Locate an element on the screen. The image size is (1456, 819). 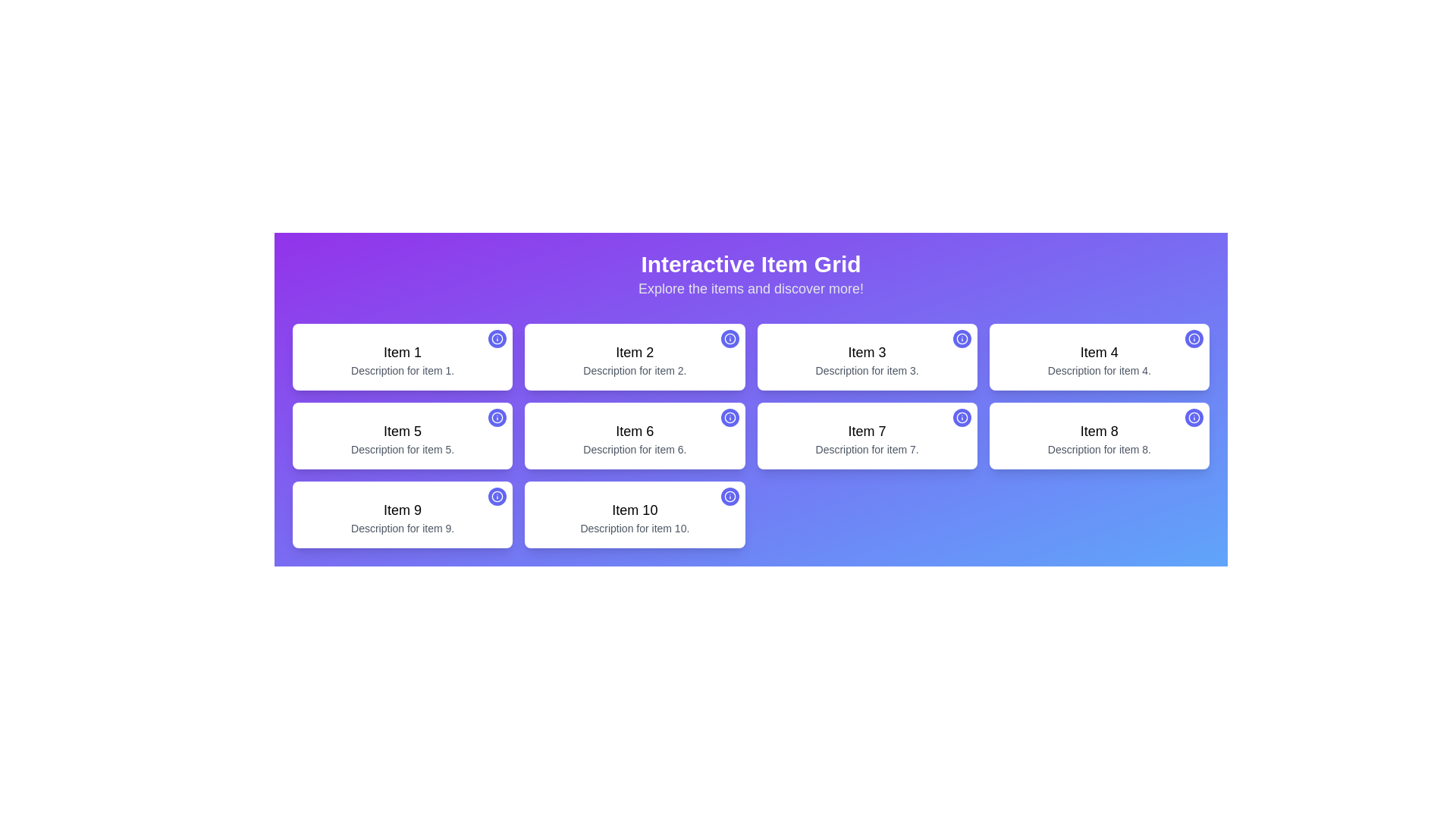
the text component displaying 'Description for item 4.' which is styled with a small gray font and located within the white rounded card for 'Item 4' is located at coordinates (1099, 371).